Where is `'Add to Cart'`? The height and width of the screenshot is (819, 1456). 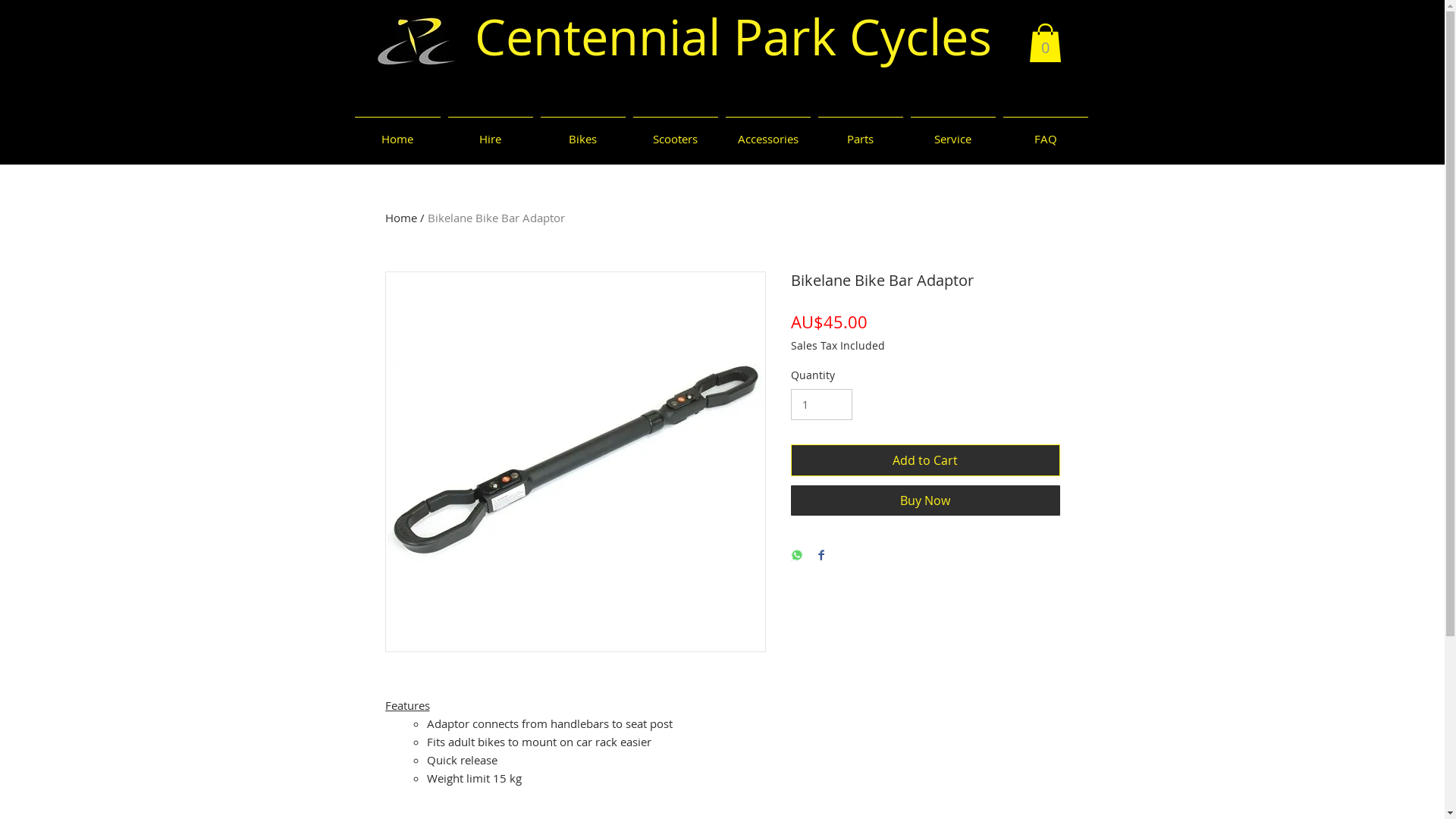
'Add to Cart' is located at coordinates (924, 459).